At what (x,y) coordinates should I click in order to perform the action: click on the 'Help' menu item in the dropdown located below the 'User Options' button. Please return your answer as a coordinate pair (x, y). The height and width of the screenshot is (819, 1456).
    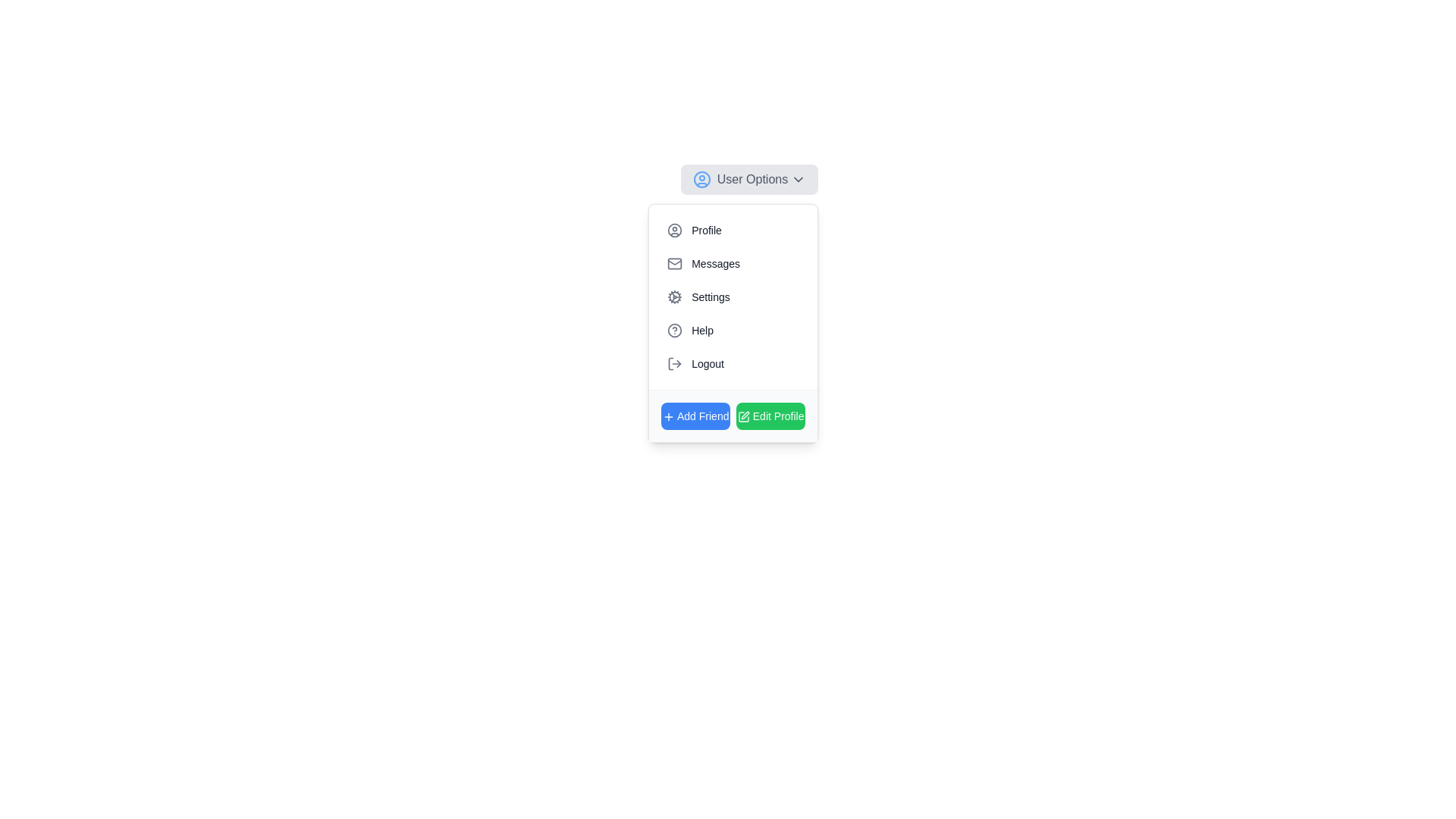
    Looking at the image, I should click on (733, 322).